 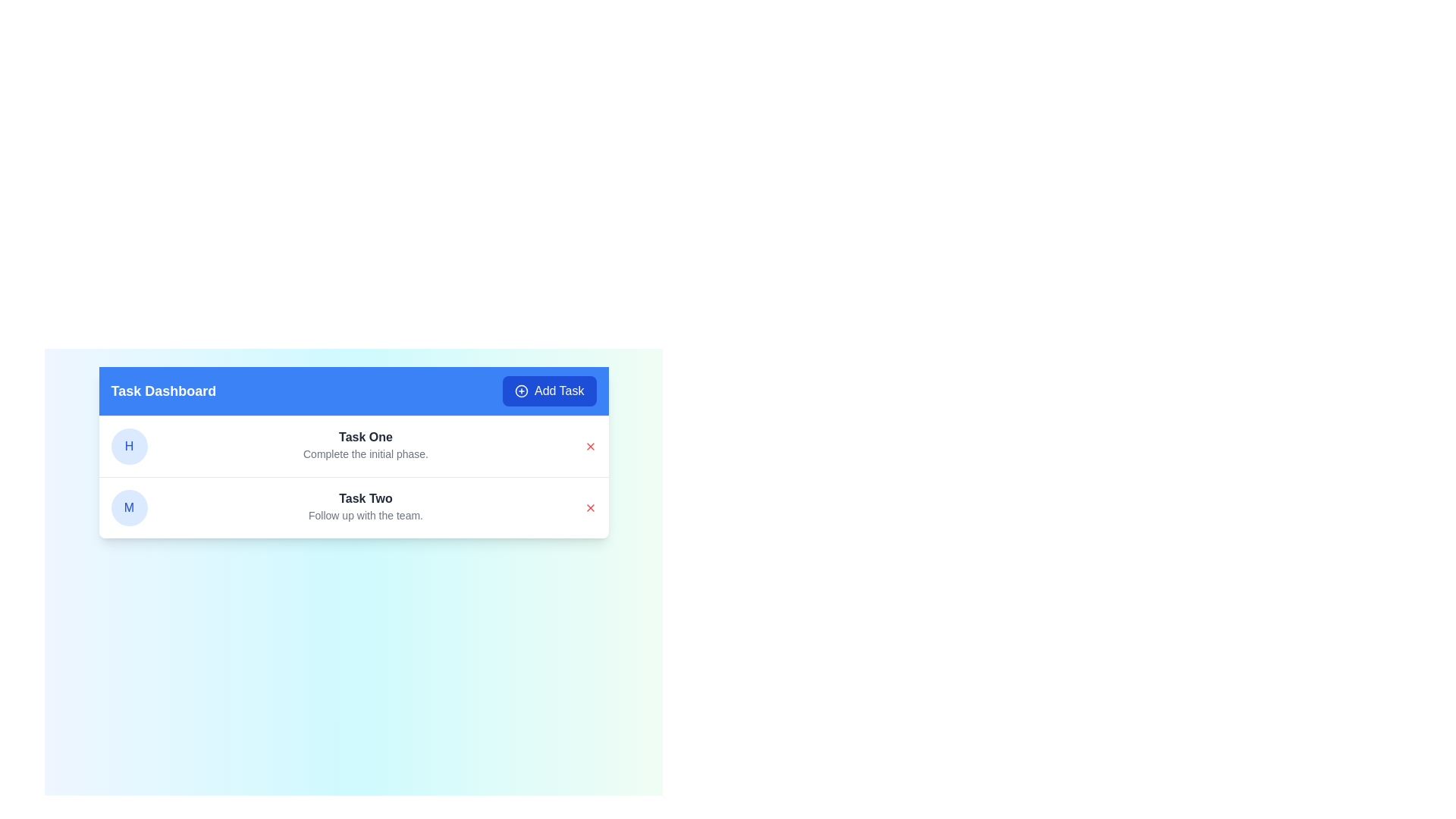 What do you see at coordinates (366, 499) in the screenshot?
I see `the 'Task Two' text label, which is displayed in bold, dark-gray font and is the second task title in the task list` at bounding box center [366, 499].